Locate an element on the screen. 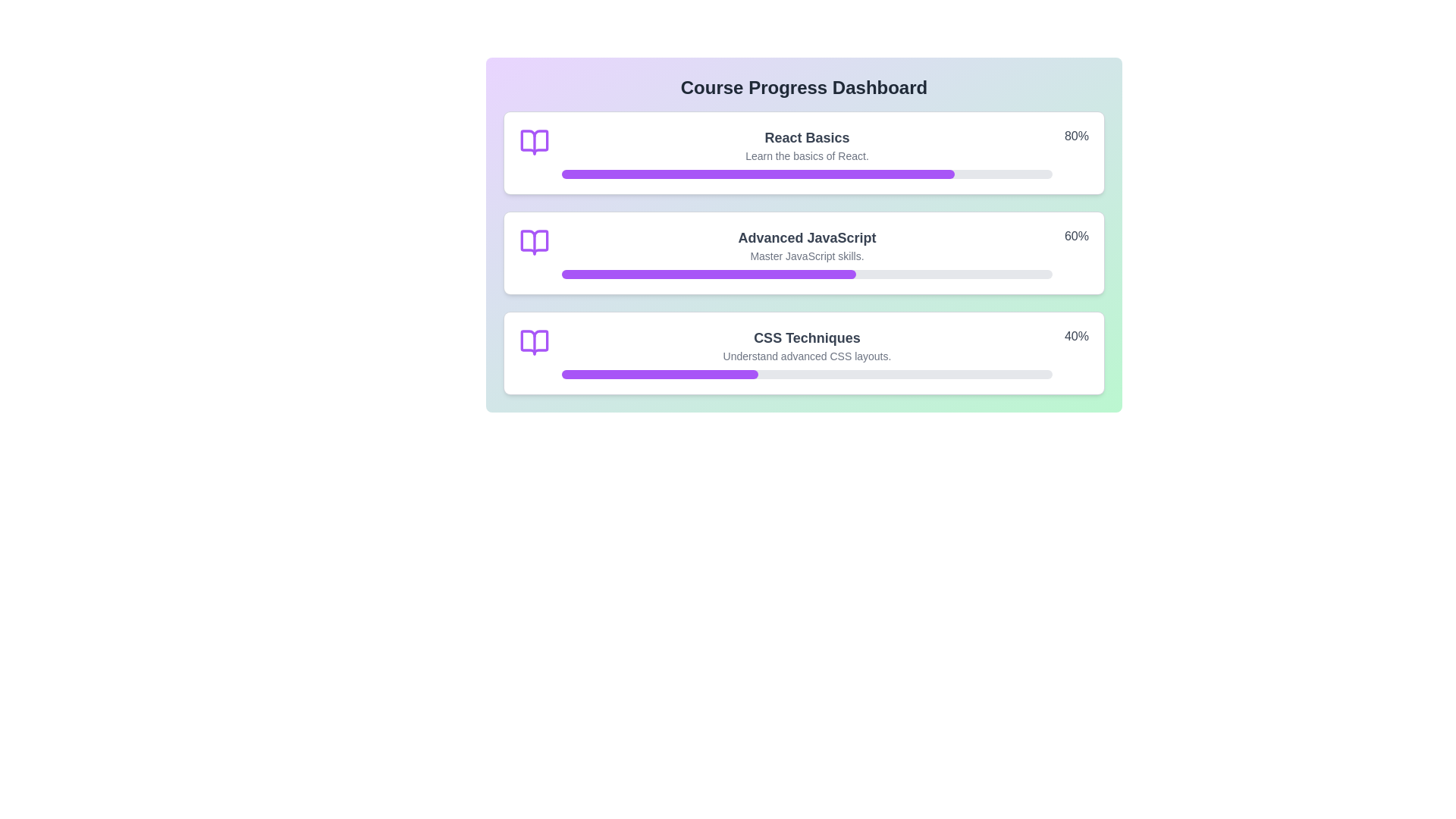 The height and width of the screenshot is (819, 1456). the percentage completion label for the 'Advanced JavaScript' course, located above the purple progress bar indicating 60% completion is located at coordinates (1076, 237).